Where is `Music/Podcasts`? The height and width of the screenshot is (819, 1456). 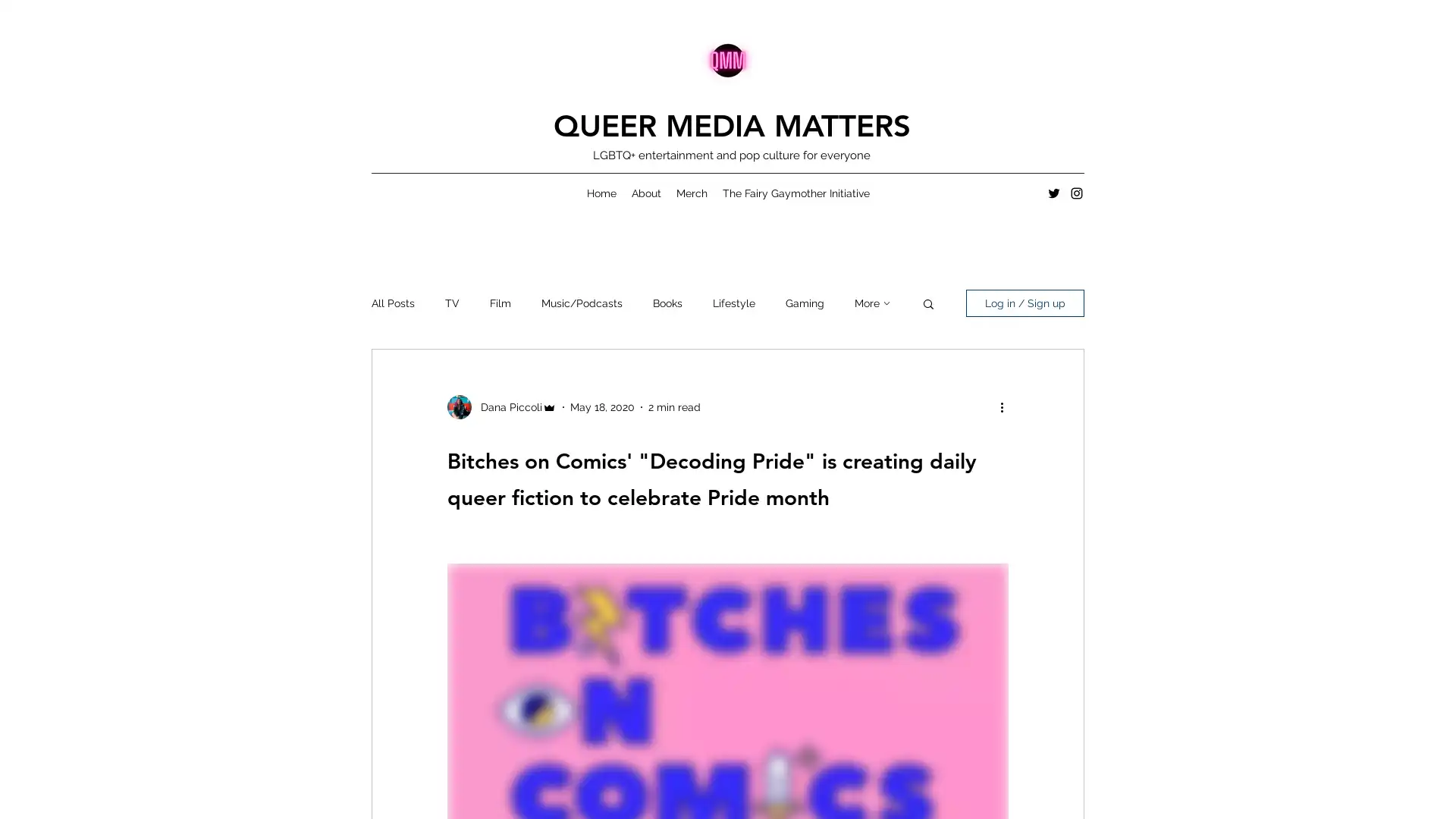 Music/Podcasts is located at coordinates (581, 303).